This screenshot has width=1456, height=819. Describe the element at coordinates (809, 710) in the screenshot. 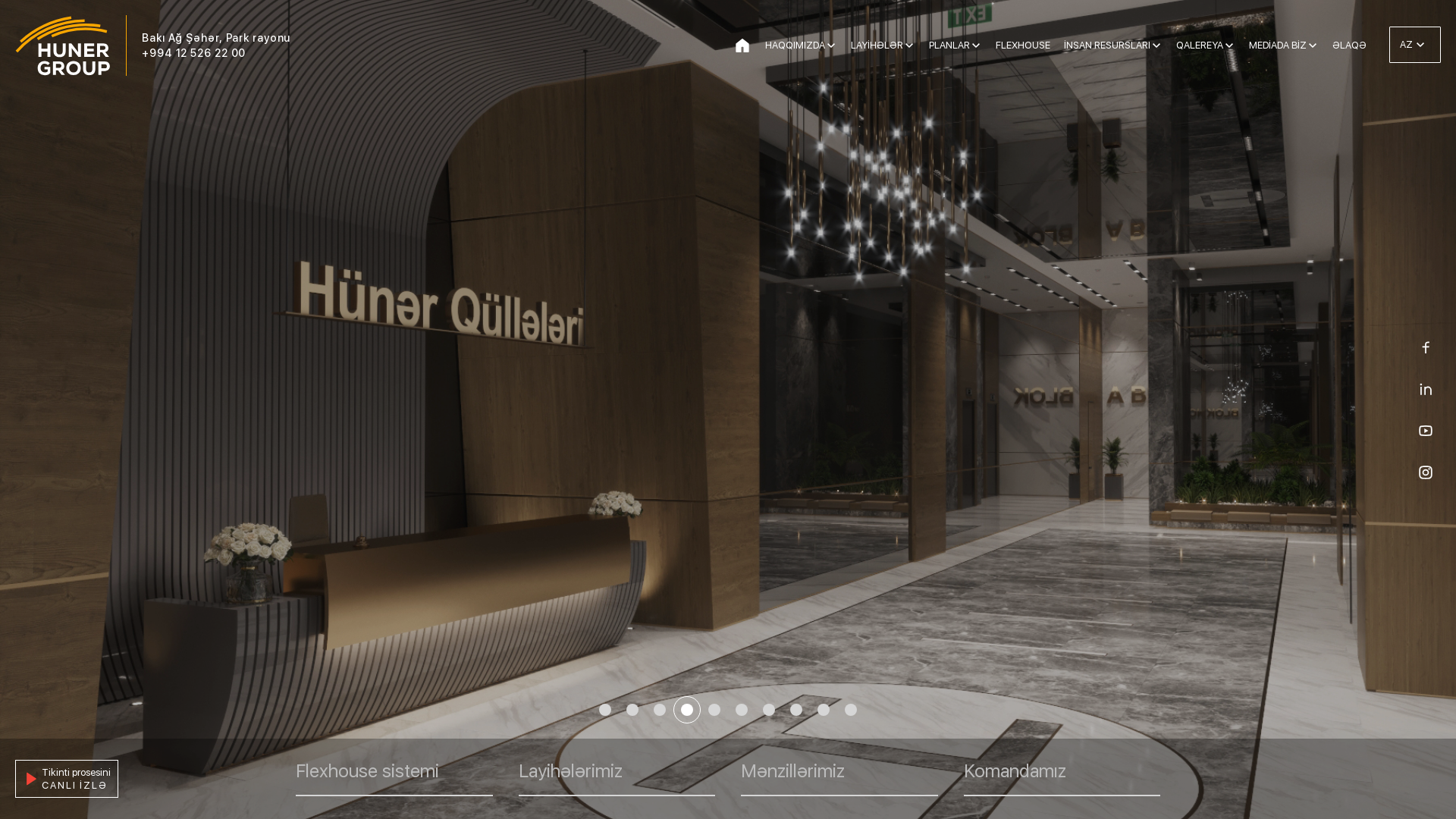

I see `'9'` at that location.